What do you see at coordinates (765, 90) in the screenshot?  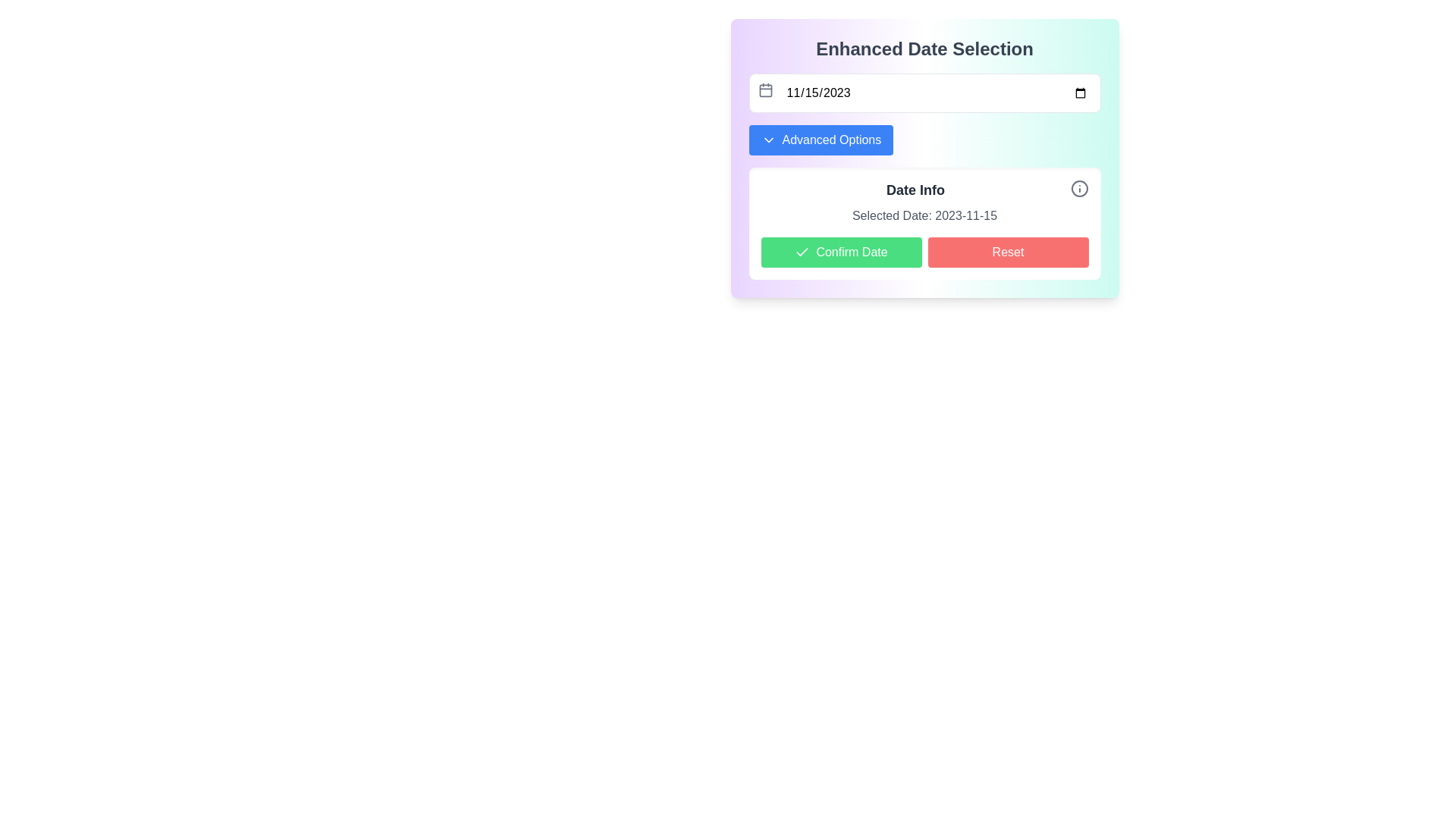 I see `the grayscale calendar icon located at the left side of the date input field` at bounding box center [765, 90].